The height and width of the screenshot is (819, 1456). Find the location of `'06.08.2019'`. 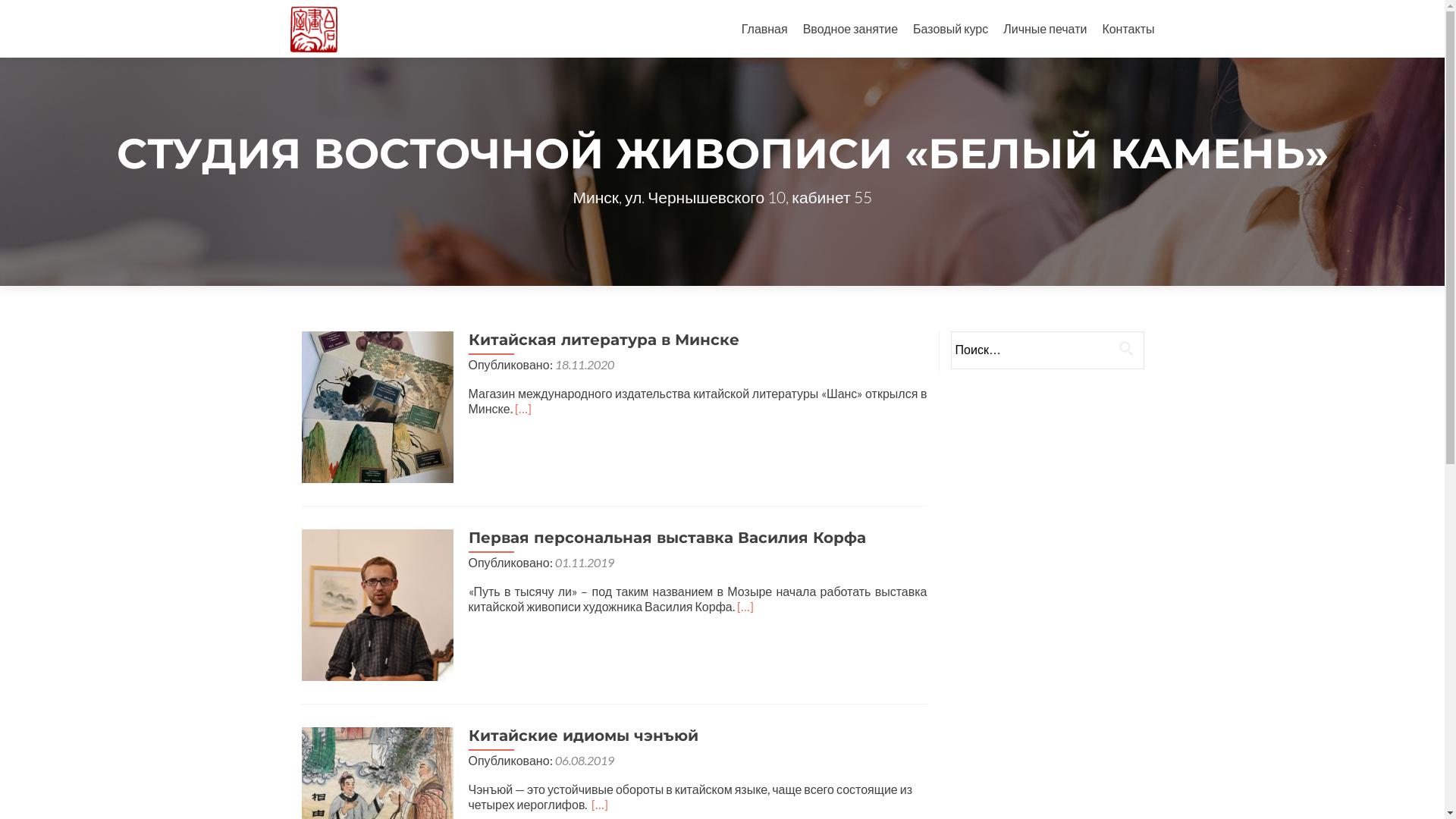

'06.08.2019' is located at coordinates (584, 759).